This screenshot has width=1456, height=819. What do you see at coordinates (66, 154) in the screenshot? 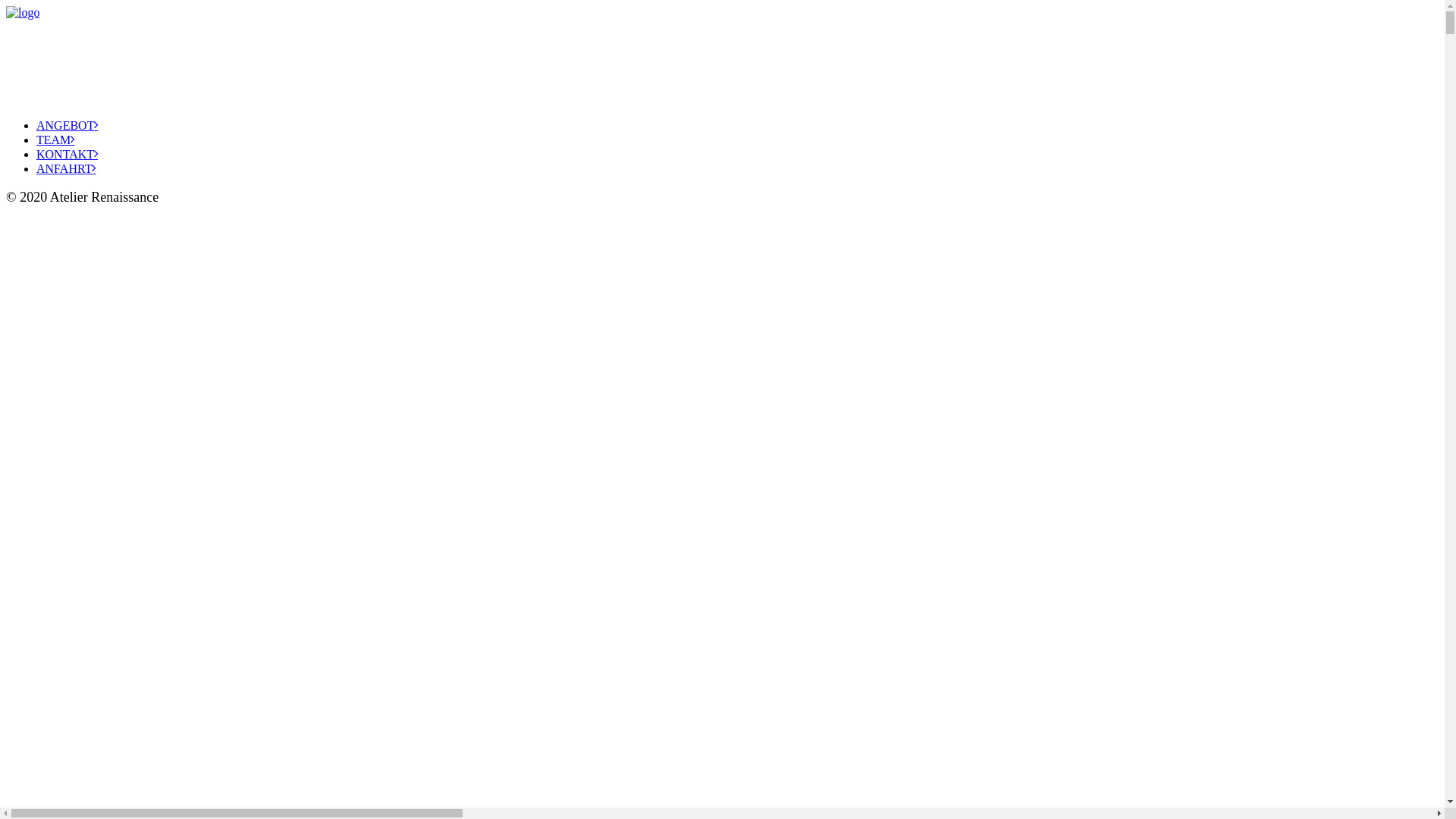
I see `'KONTAKT'` at bounding box center [66, 154].